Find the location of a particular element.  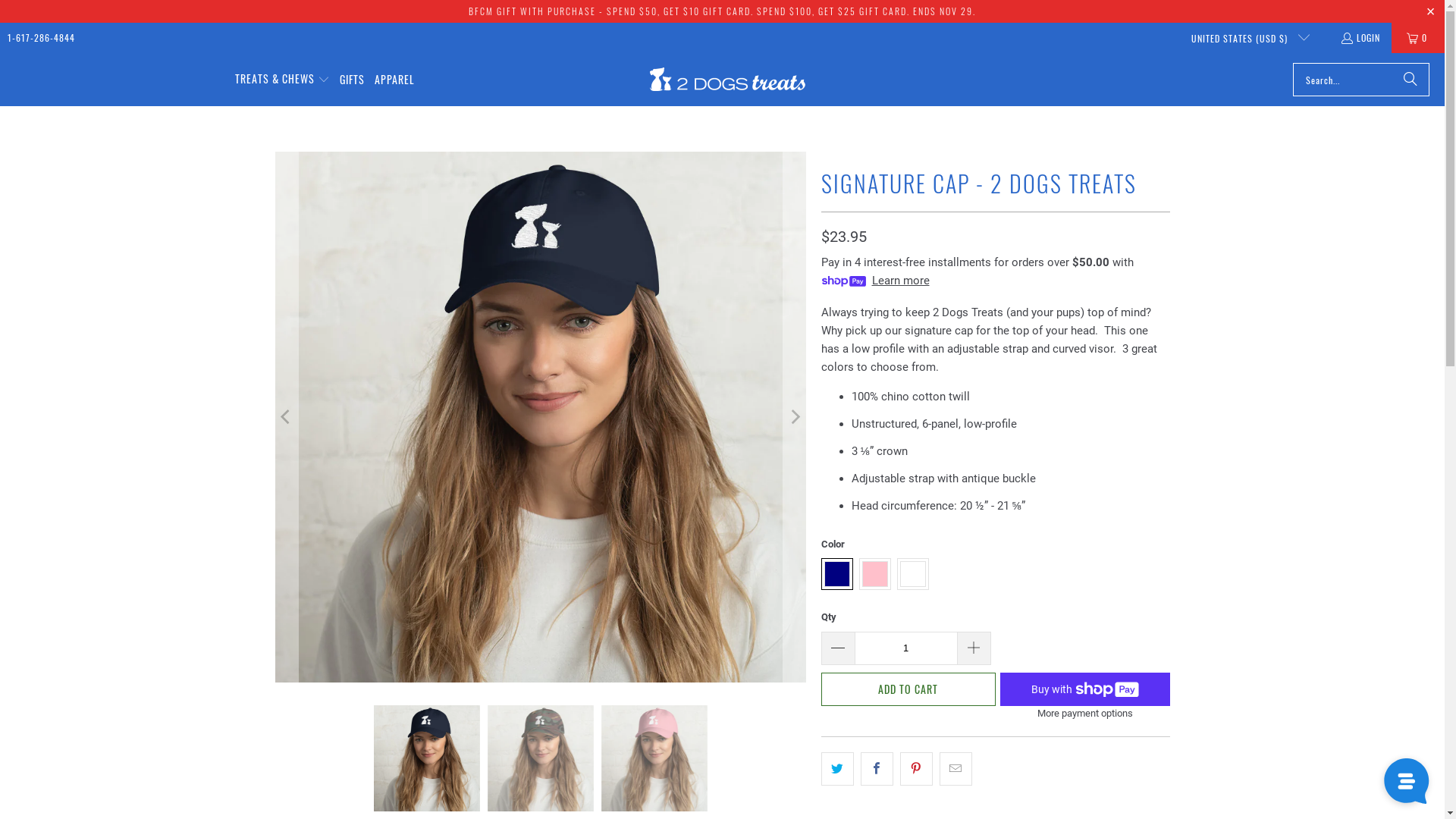

'Share this on Pinterest' is located at coordinates (915, 769).